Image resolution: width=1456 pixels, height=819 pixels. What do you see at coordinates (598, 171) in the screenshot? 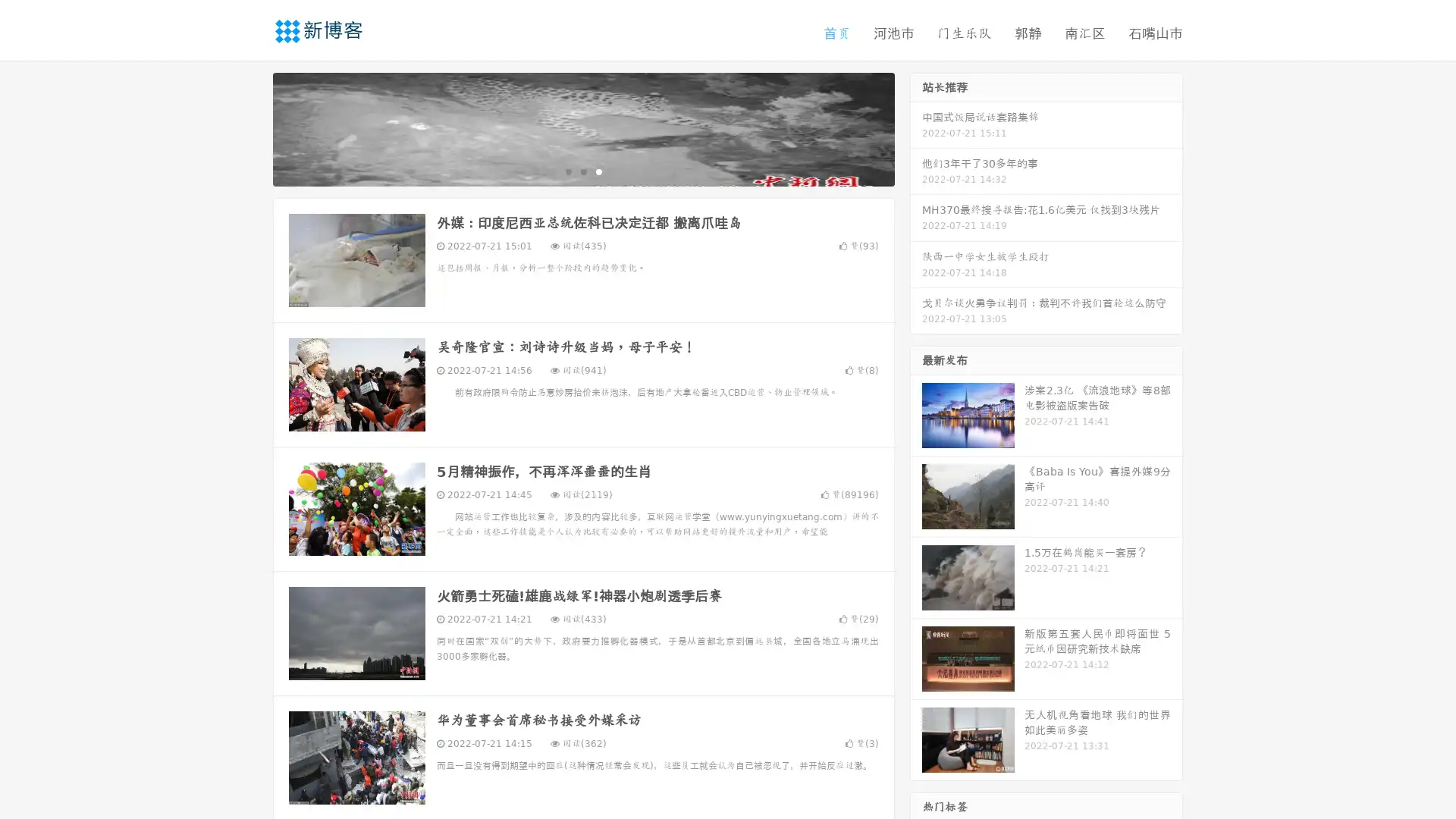
I see `Go to slide 3` at bounding box center [598, 171].